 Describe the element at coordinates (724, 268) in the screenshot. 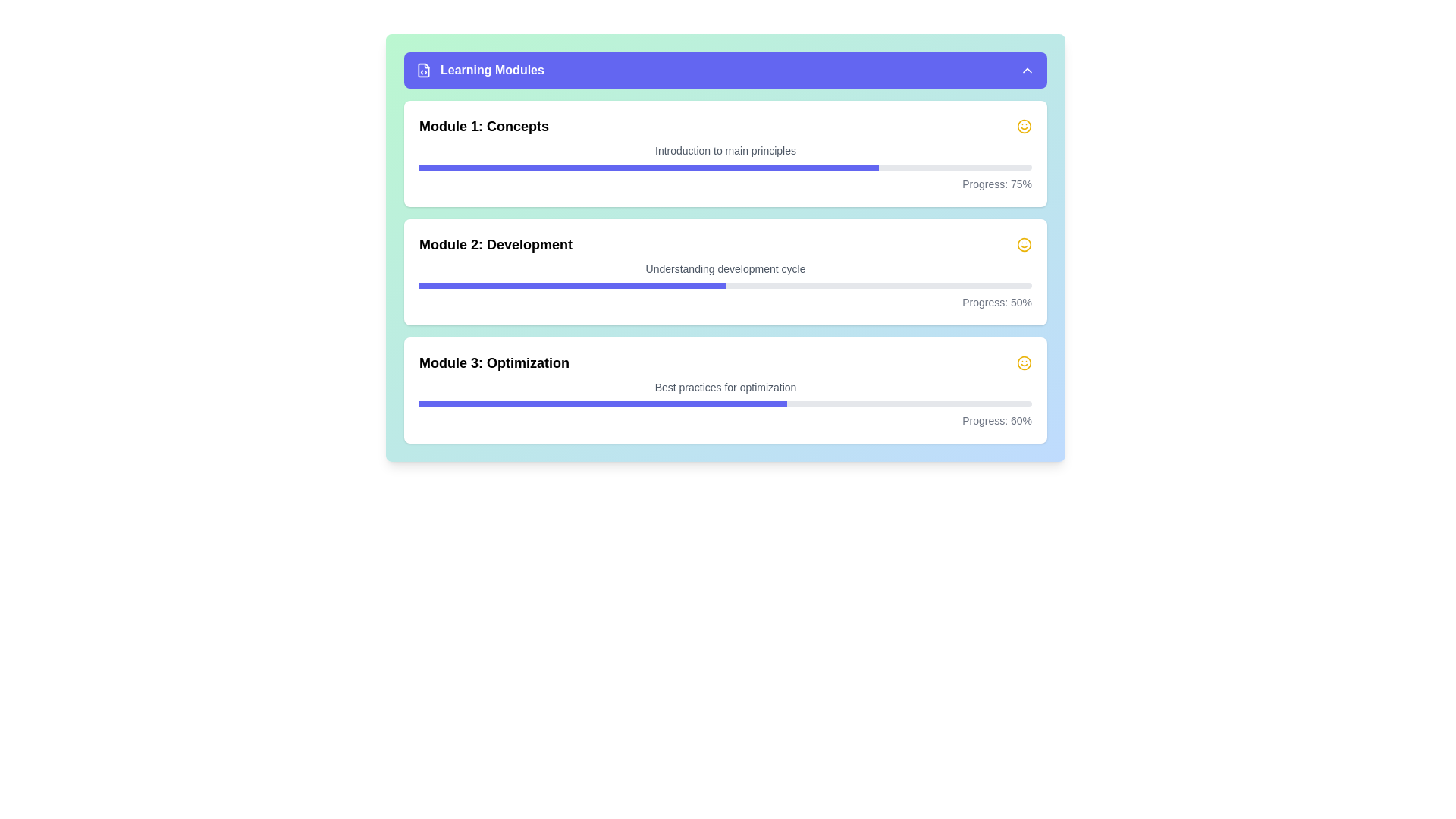

I see `the Text Label that describes the subsection within 'Module 2: Development', located below the module title and above the progress bar` at that location.